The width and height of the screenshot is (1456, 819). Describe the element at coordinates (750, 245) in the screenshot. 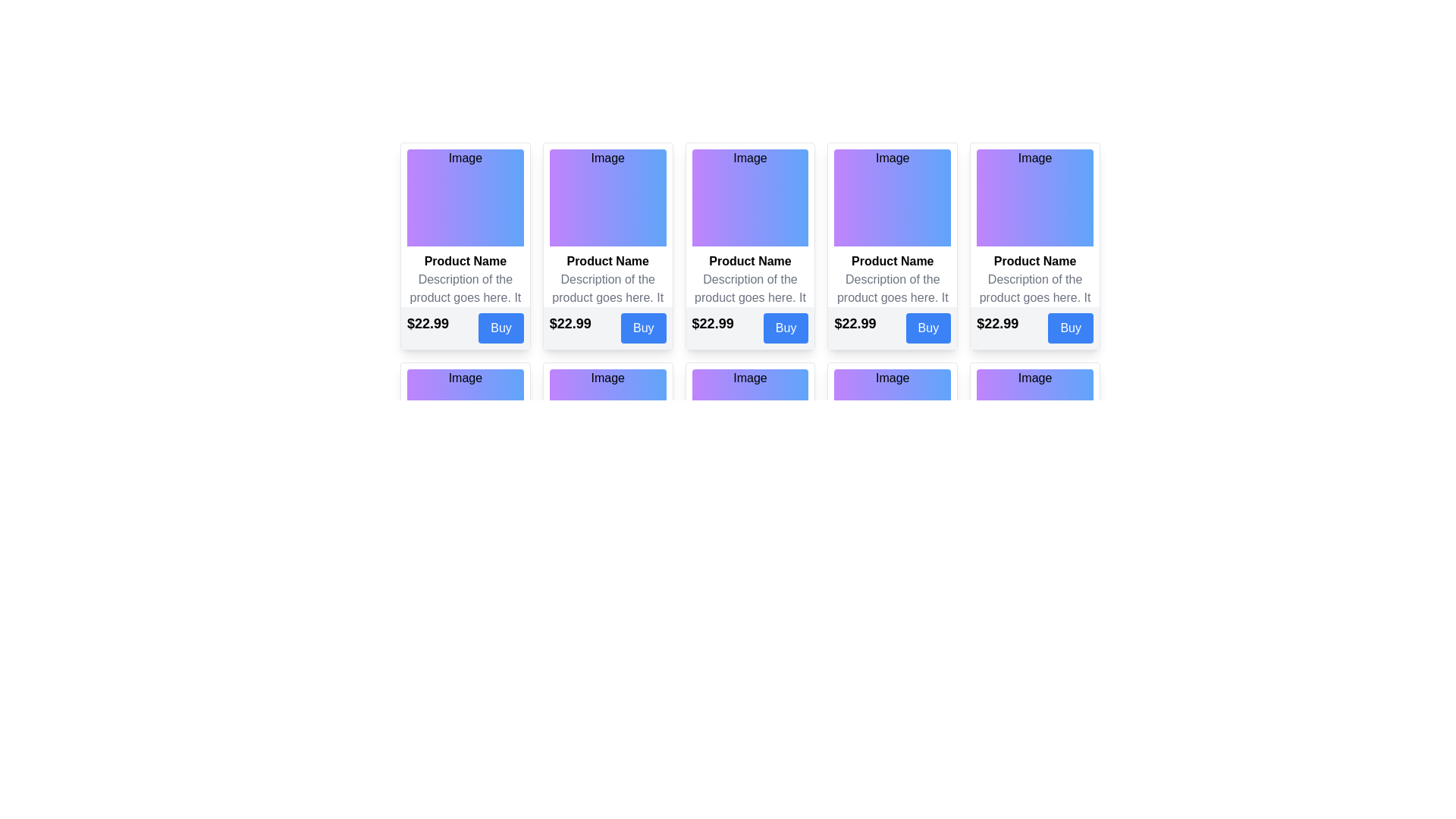

I see `the informational card that provides a preview of a product, which is the second card in a horizontal lineup, centrally aligned with an image above and a pricing label below` at that location.